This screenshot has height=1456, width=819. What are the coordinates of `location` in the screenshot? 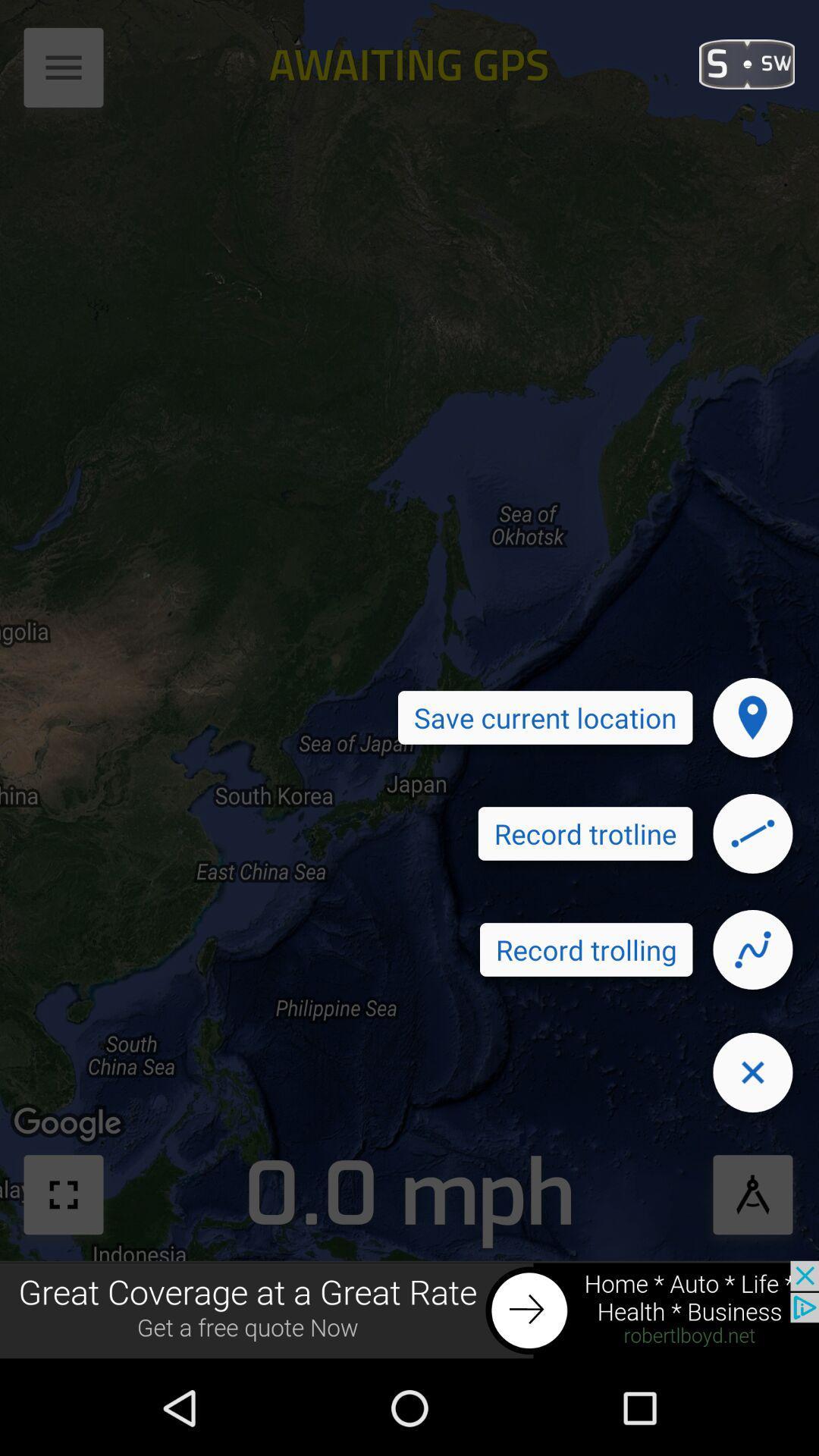 It's located at (752, 717).